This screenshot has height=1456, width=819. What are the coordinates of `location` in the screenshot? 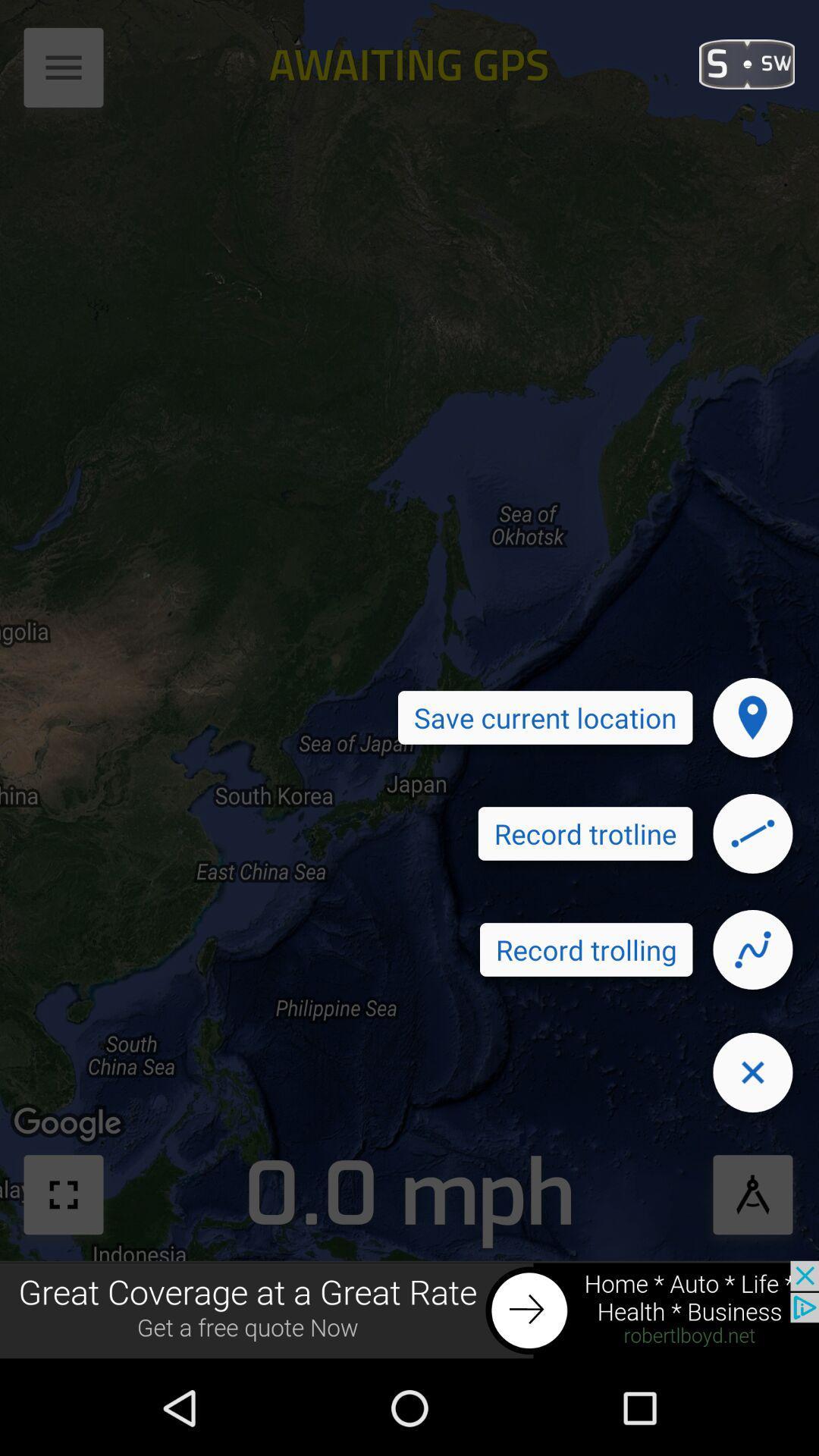 It's located at (752, 717).